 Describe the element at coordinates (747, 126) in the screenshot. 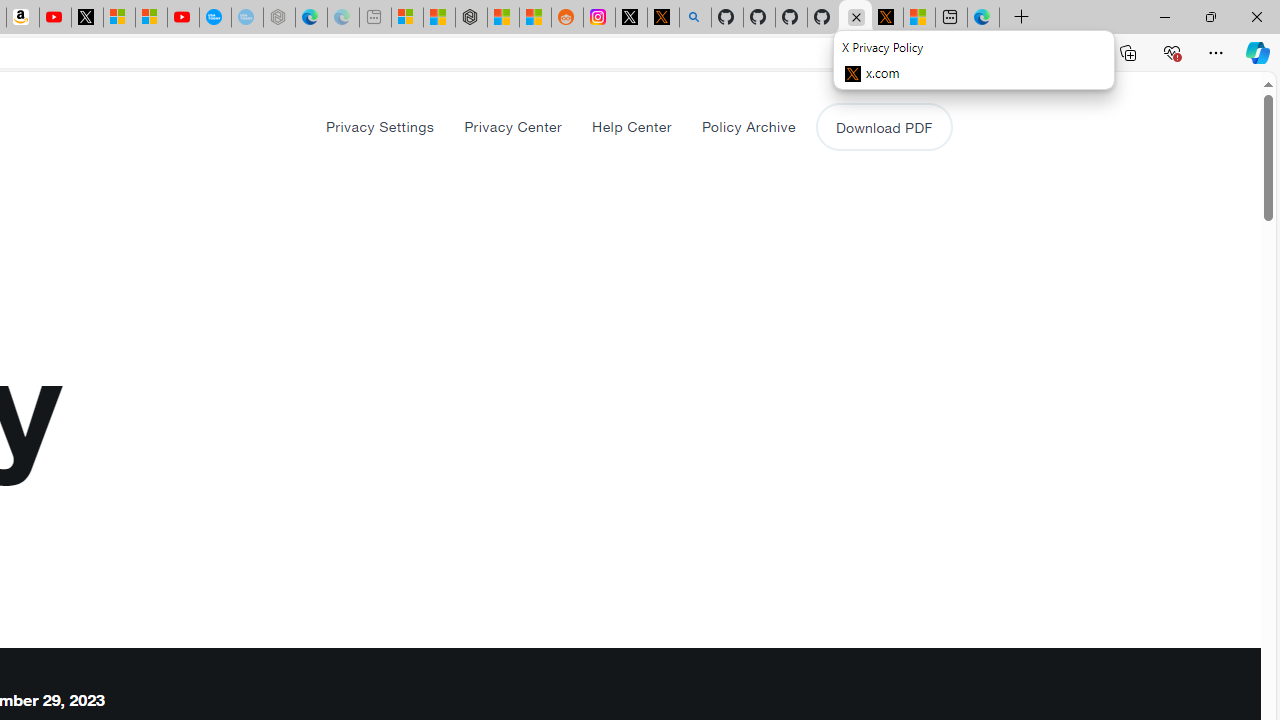

I see `'Policy Archive'` at that location.